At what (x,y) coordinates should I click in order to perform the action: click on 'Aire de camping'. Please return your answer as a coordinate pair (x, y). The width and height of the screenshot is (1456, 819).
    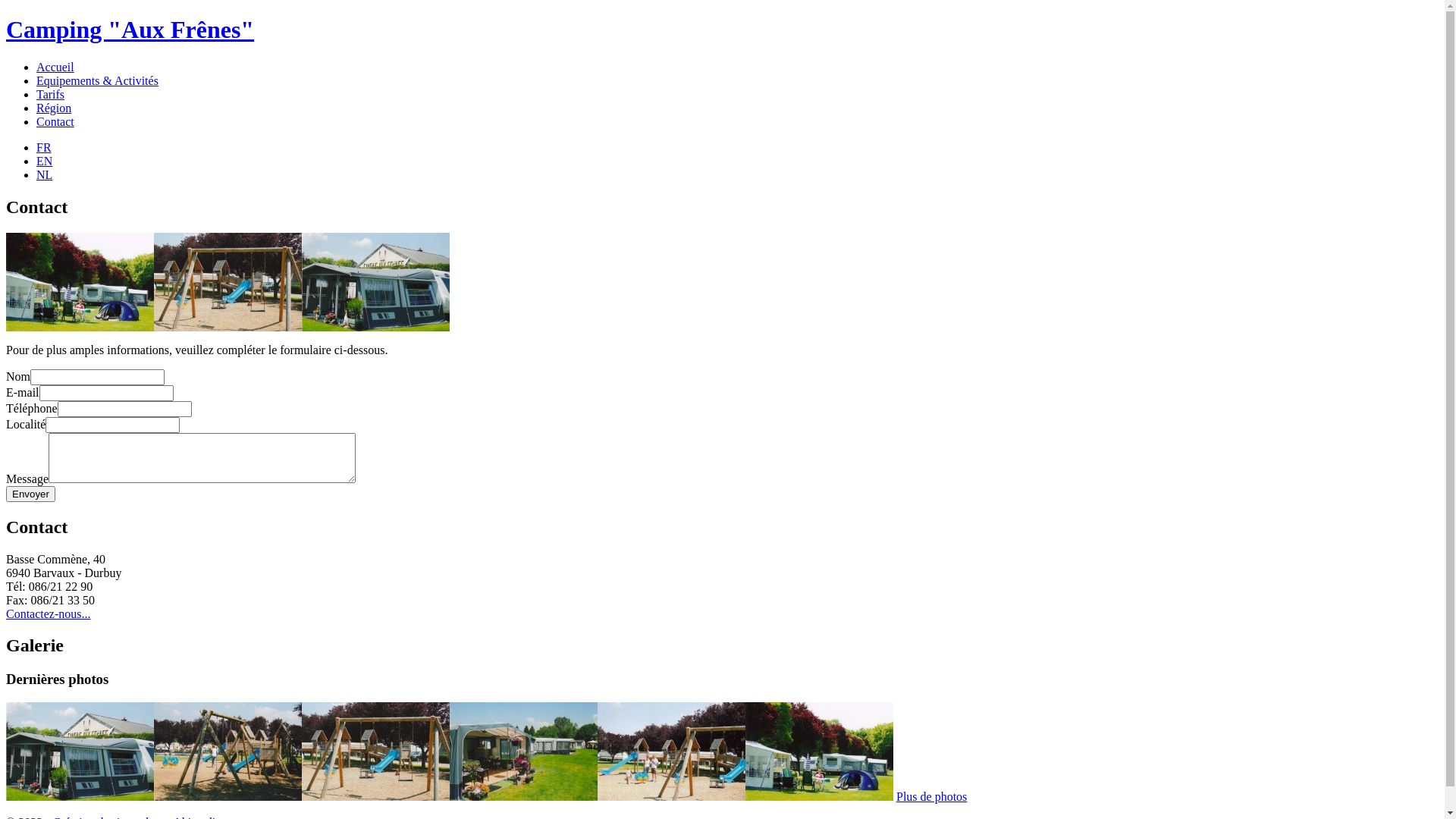
    Looking at the image, I should click on (523, 795).